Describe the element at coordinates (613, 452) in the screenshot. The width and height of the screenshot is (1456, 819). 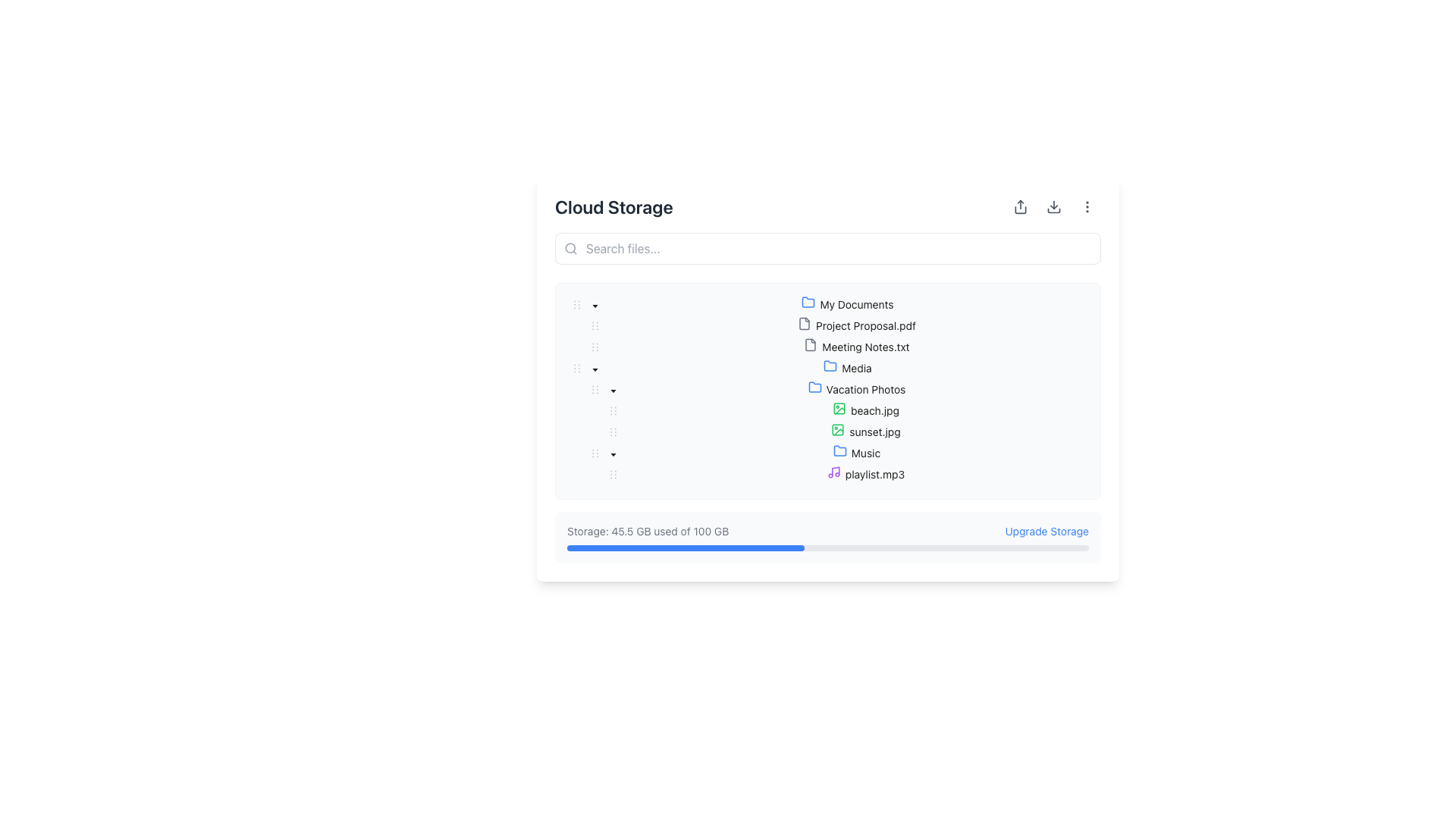
I see `the collapse button located slightly to the left of the 'Music' text in the hierarchical tree structure under the 'Vacation Photos' node` at that location.